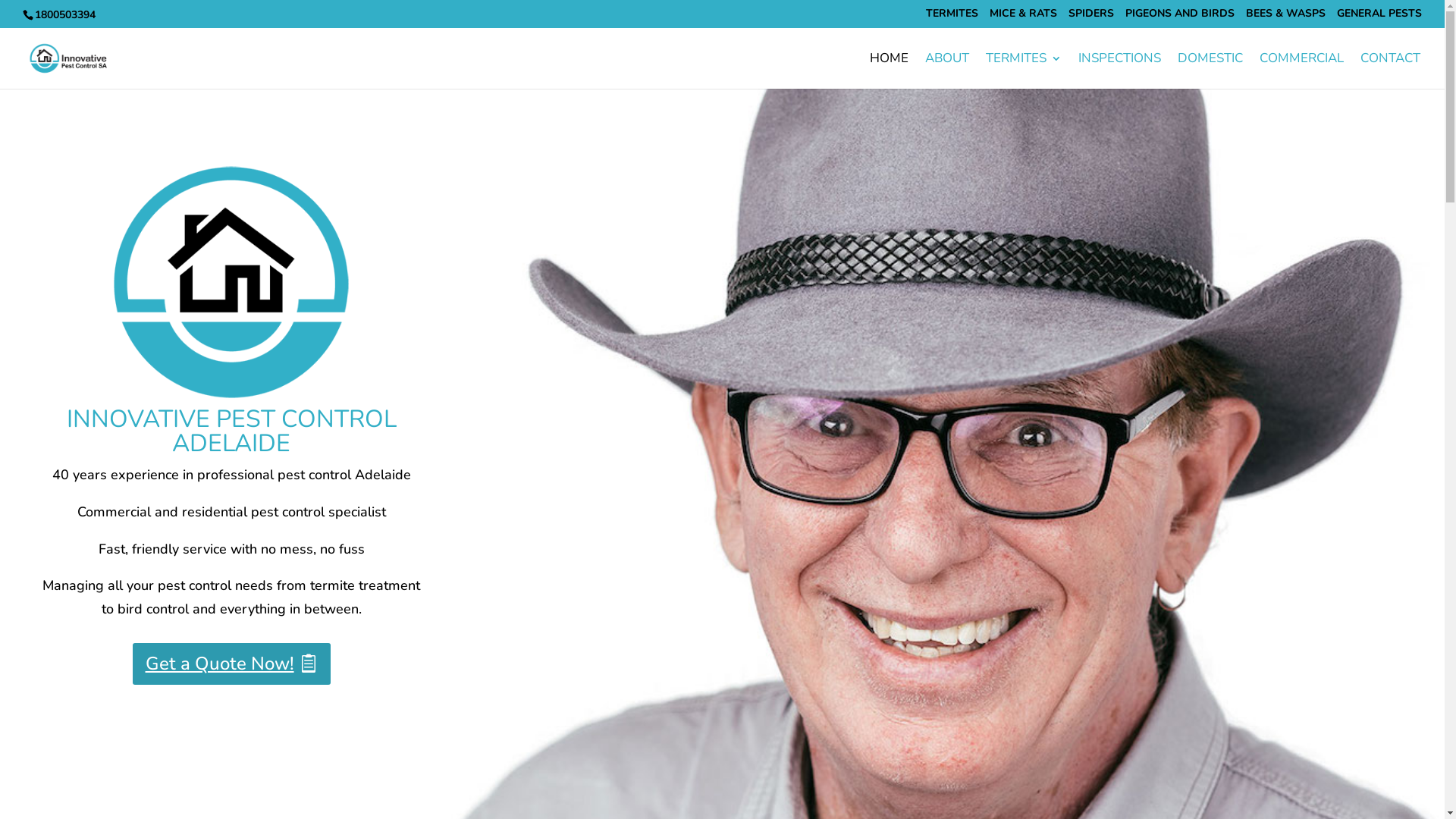 The image size is (1456, 819). What do you see at coordinates (1119, 71) in the screenshot?
I see `'INSPECTIONS'` at bounding box center [1119, 71].